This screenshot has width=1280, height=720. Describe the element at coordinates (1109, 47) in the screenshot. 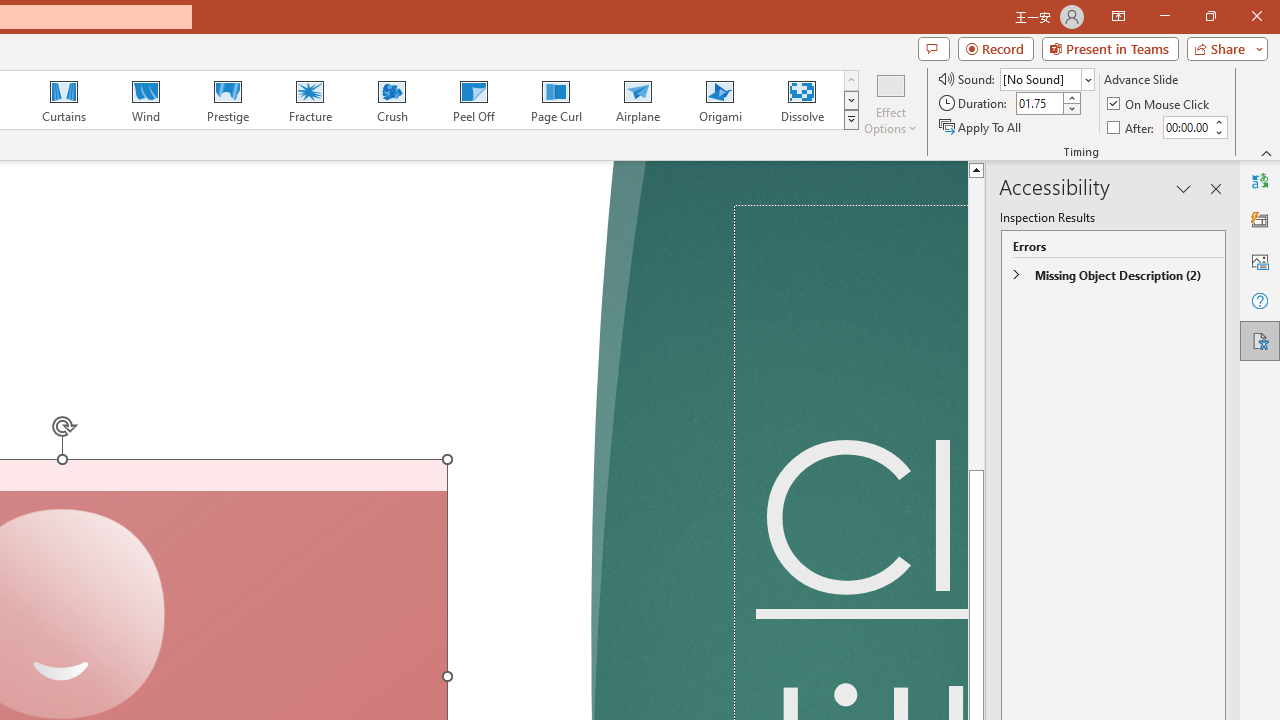

I see `'Present in Teams'` at that location.